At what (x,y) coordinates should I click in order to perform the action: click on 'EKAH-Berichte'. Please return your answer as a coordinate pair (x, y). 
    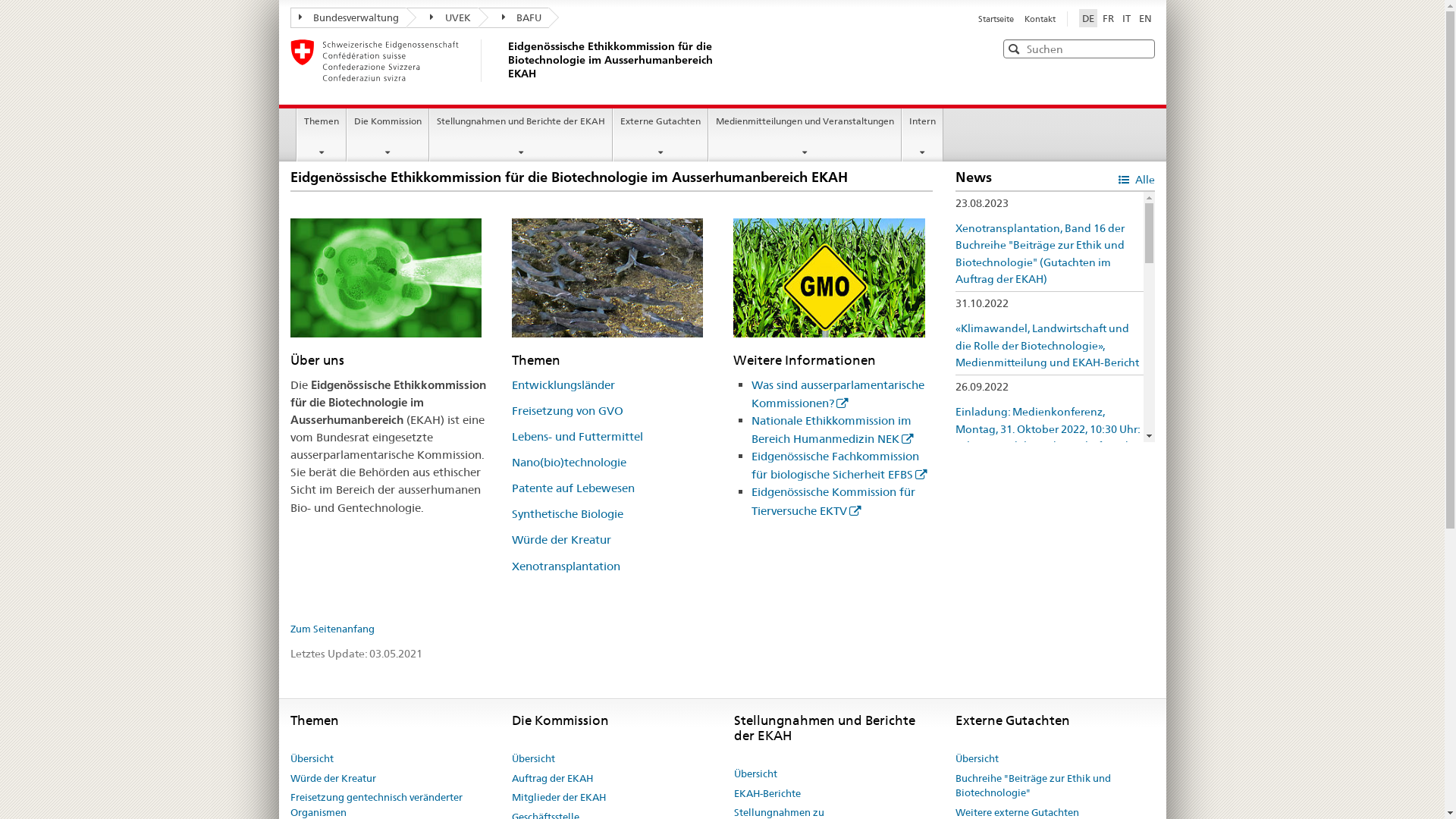
    Looking at the image, I should click on (767, 792).